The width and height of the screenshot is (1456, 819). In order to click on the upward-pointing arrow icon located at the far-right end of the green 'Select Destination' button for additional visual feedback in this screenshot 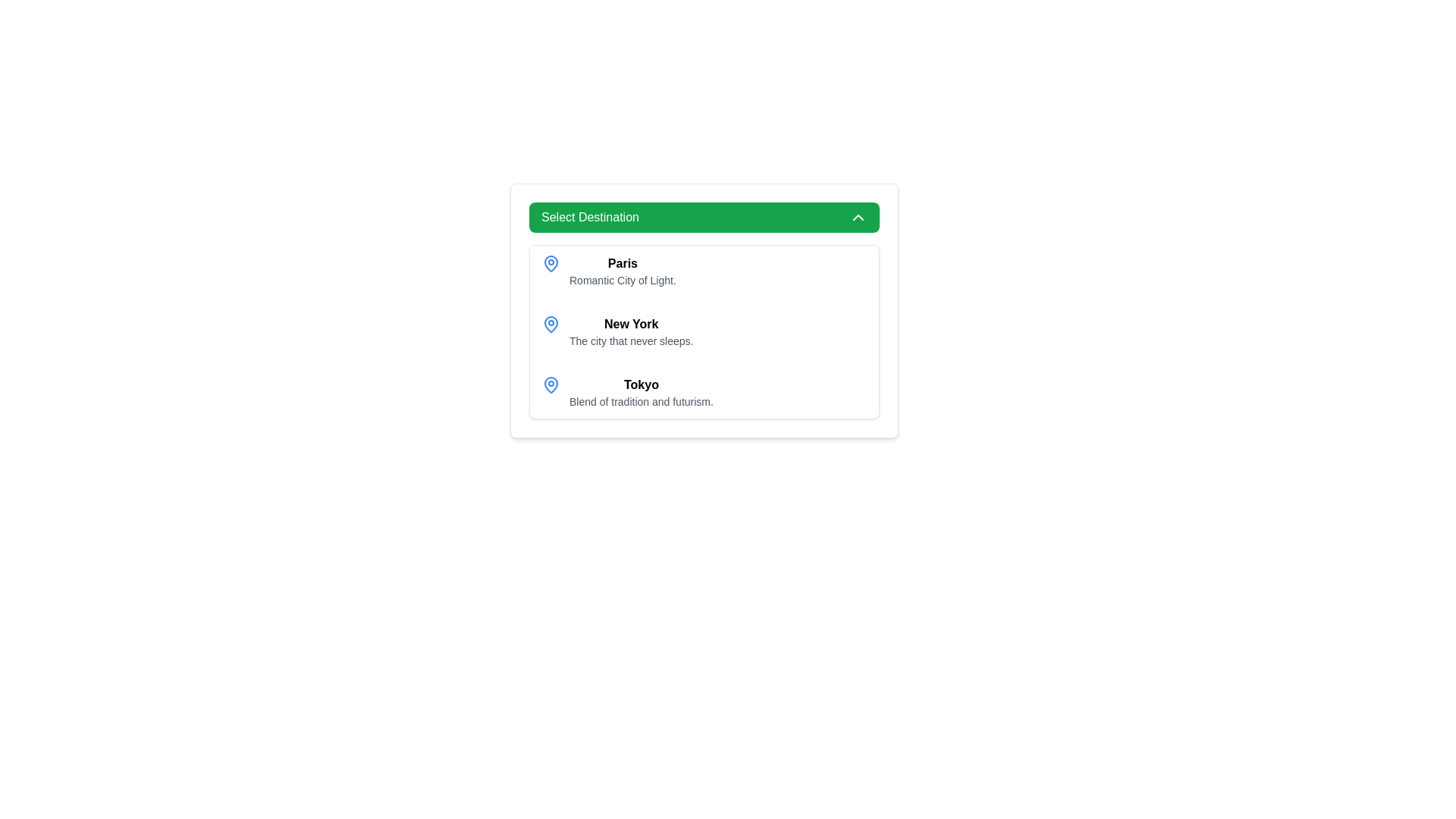, I will do `click(858, 217)`.